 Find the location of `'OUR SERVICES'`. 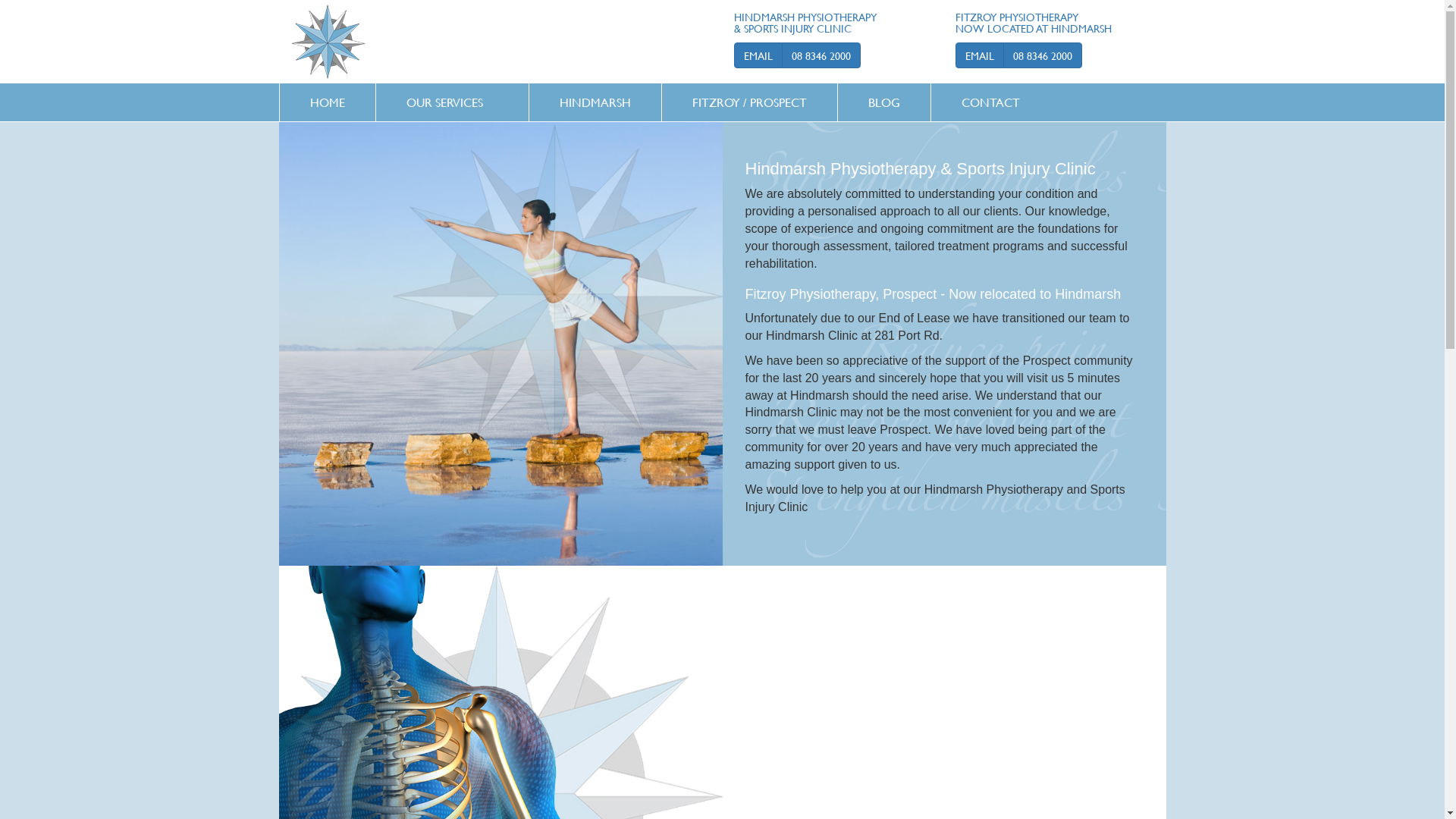

'OUR SERVICES' is located at coordinates (444, 102).